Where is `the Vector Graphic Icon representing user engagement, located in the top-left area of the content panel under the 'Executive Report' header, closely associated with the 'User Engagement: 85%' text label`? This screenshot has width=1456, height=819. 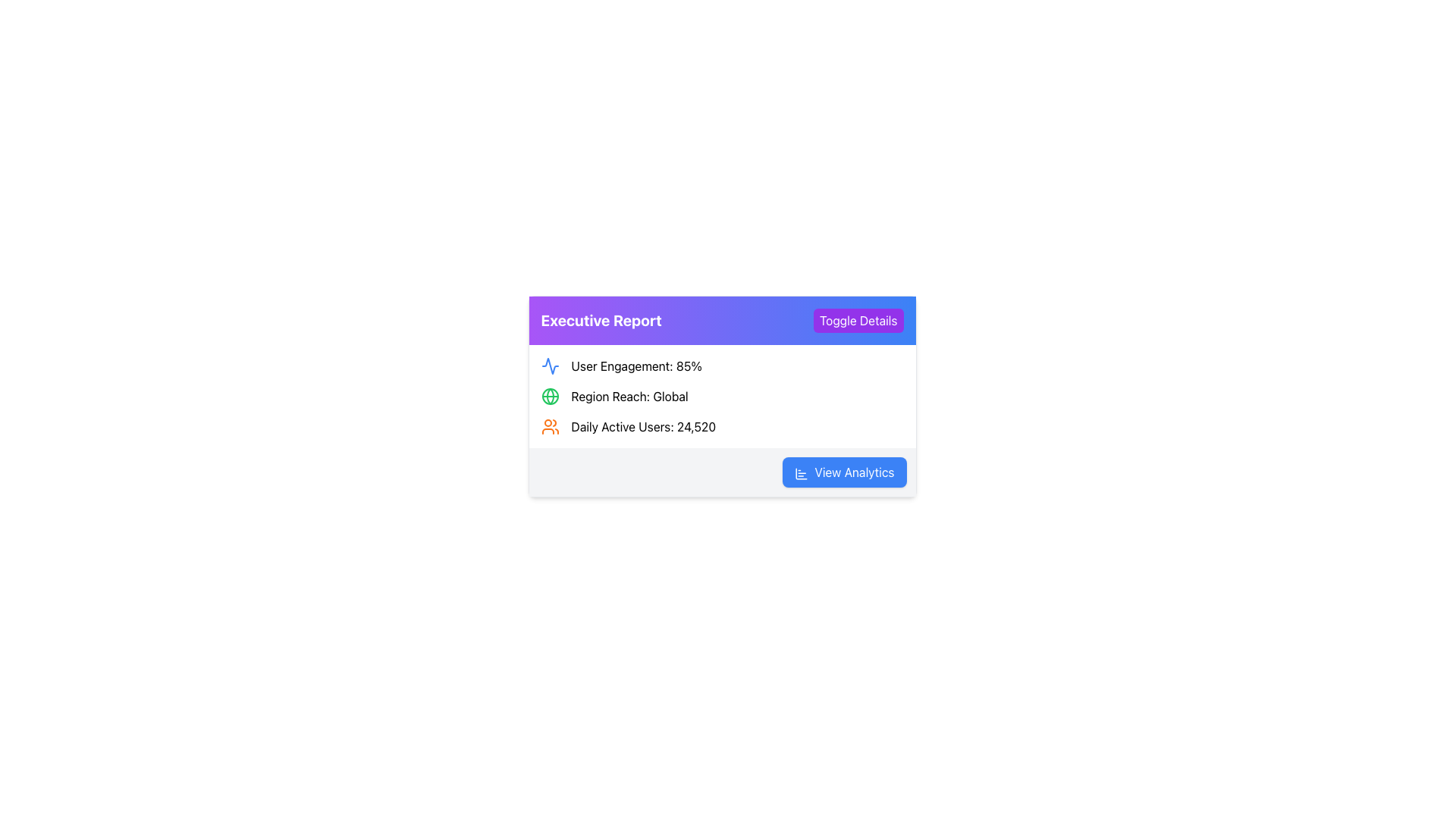 the Vector Graphic Icon representing user engagement, located in the top-left area of the content panel under the 'Executive Report' header, closely associated with the 'User Engagement: 85%' text label is located at coordinates (549, 366).